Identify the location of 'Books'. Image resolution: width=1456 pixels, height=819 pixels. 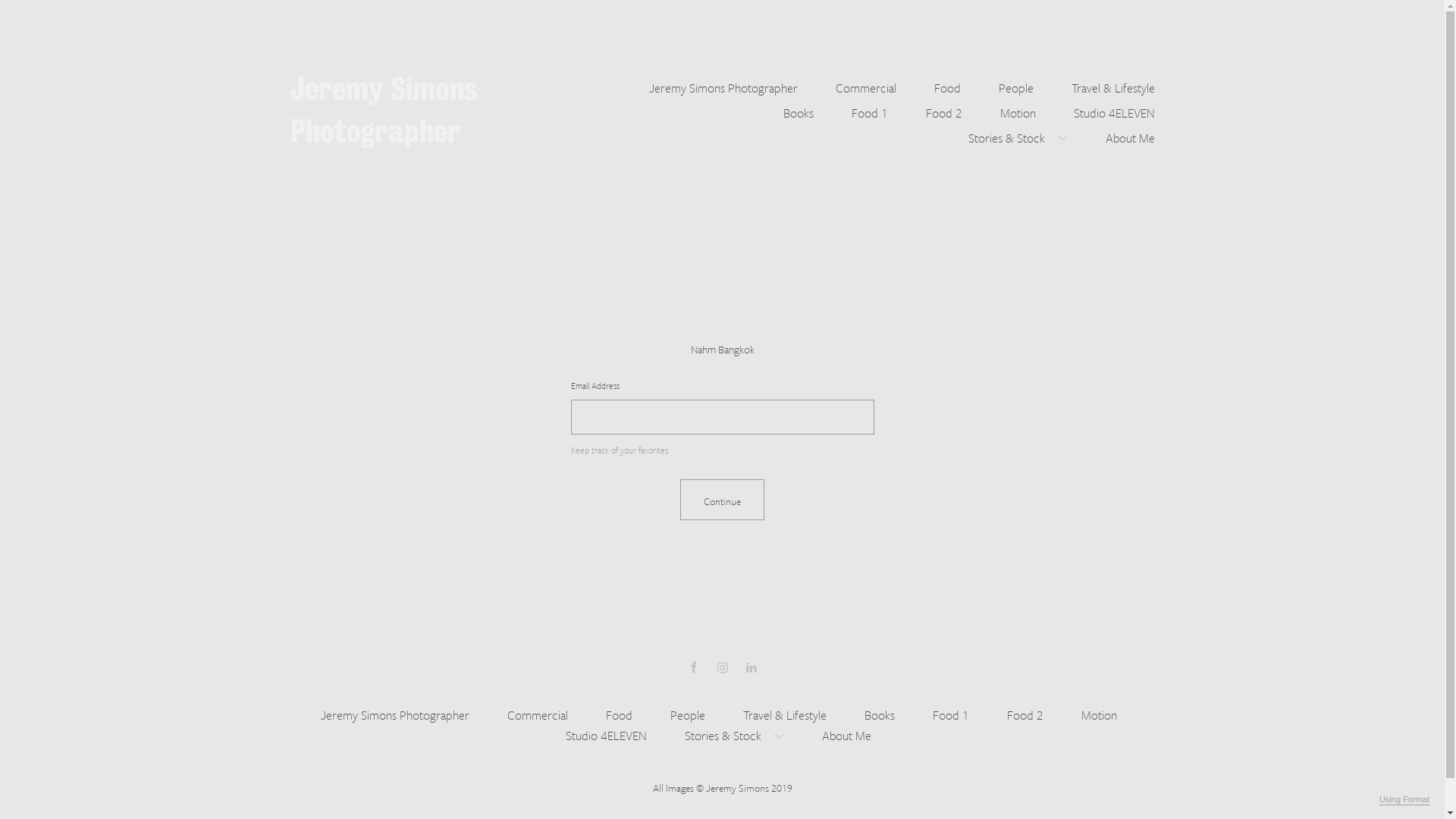
(796, 109).